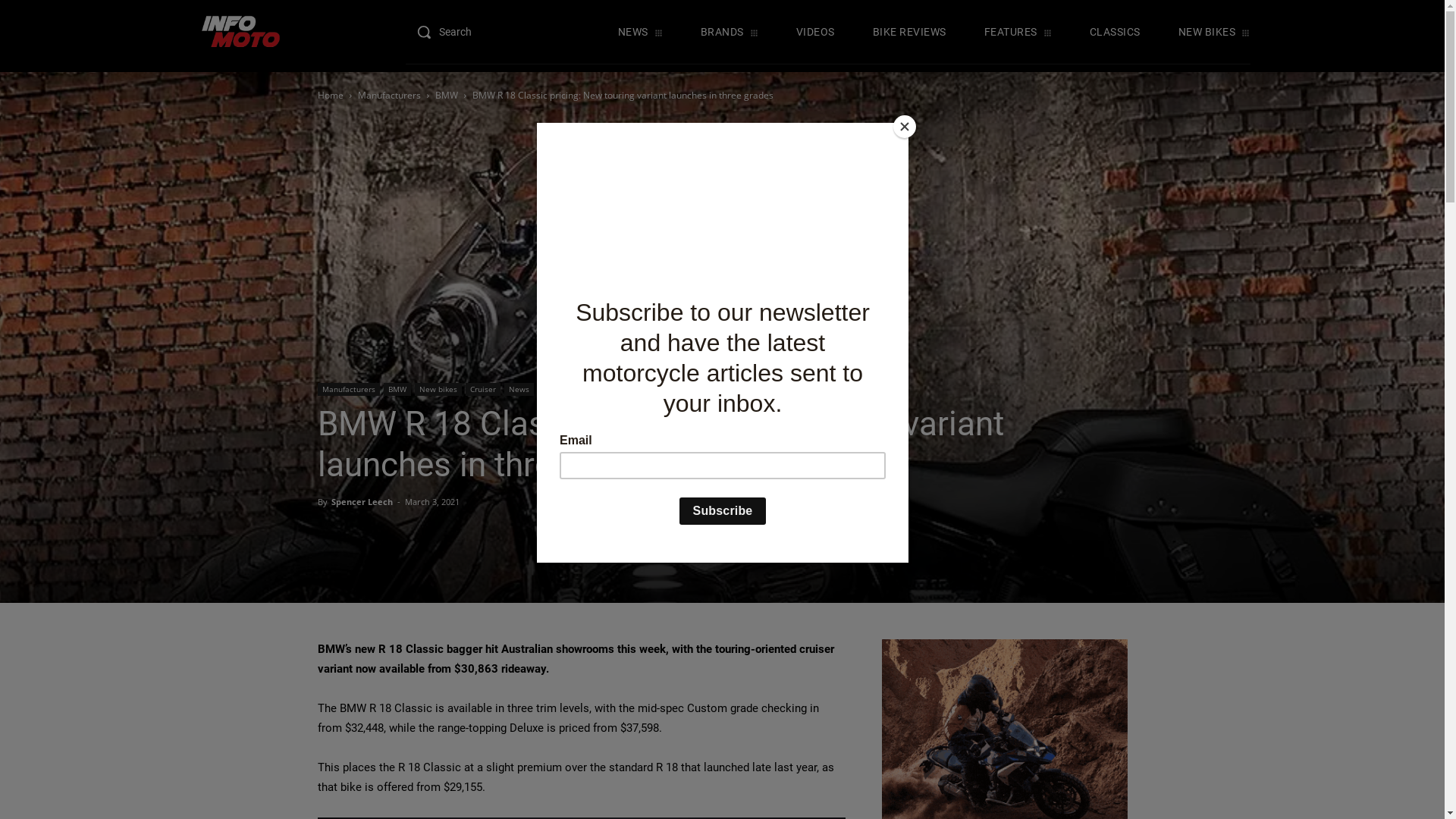 The image size is (1456, 819). Describe the element at coordinates (1018, 32) in the screenshot. I see `'FEATURES'` at that location.